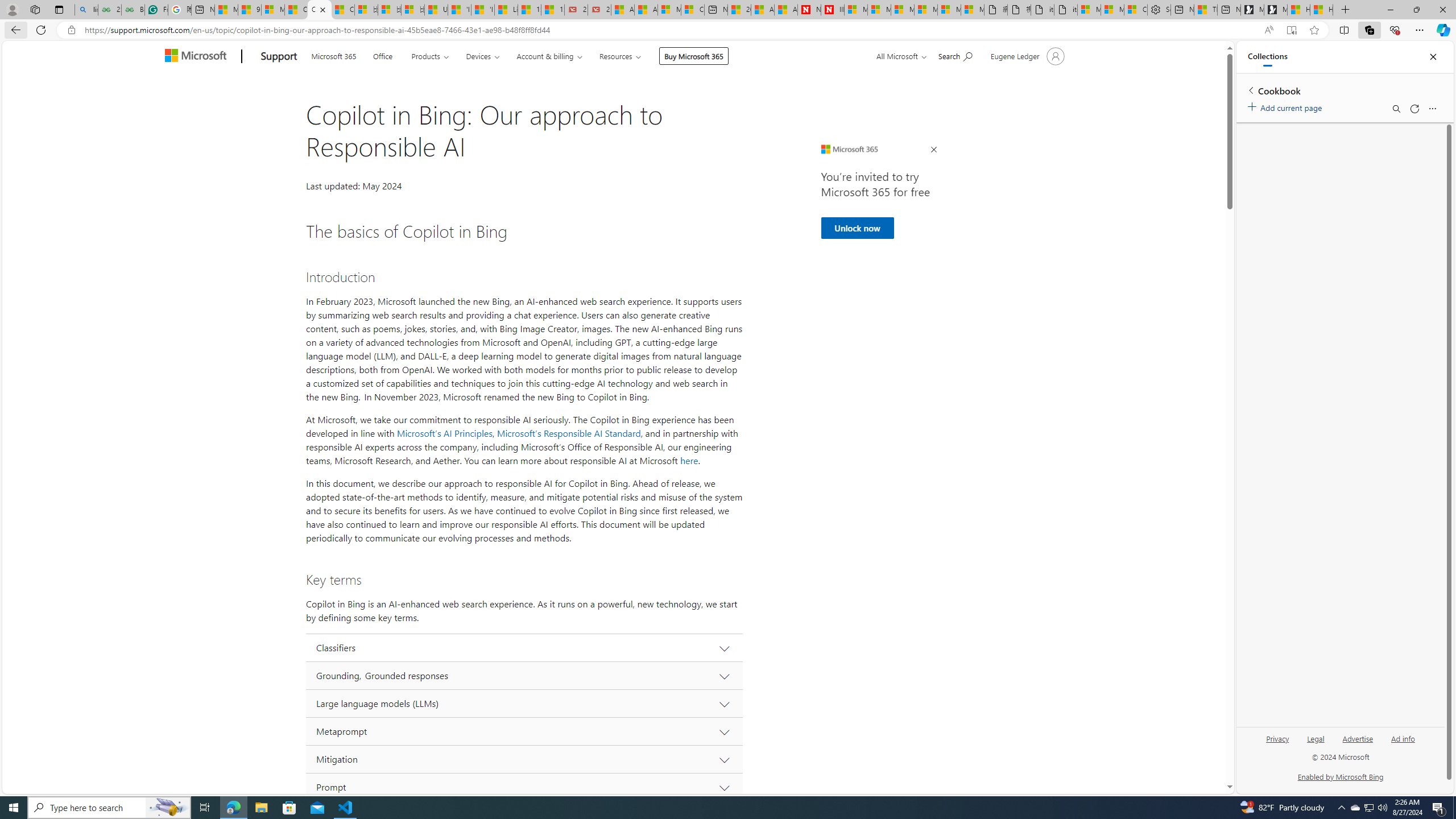  What do you see at coordinates (1065, 9) in the screenshot?
I see `'itconcepthk.com/projector_solutions.mp4'` at bounding box center [1065, 9].